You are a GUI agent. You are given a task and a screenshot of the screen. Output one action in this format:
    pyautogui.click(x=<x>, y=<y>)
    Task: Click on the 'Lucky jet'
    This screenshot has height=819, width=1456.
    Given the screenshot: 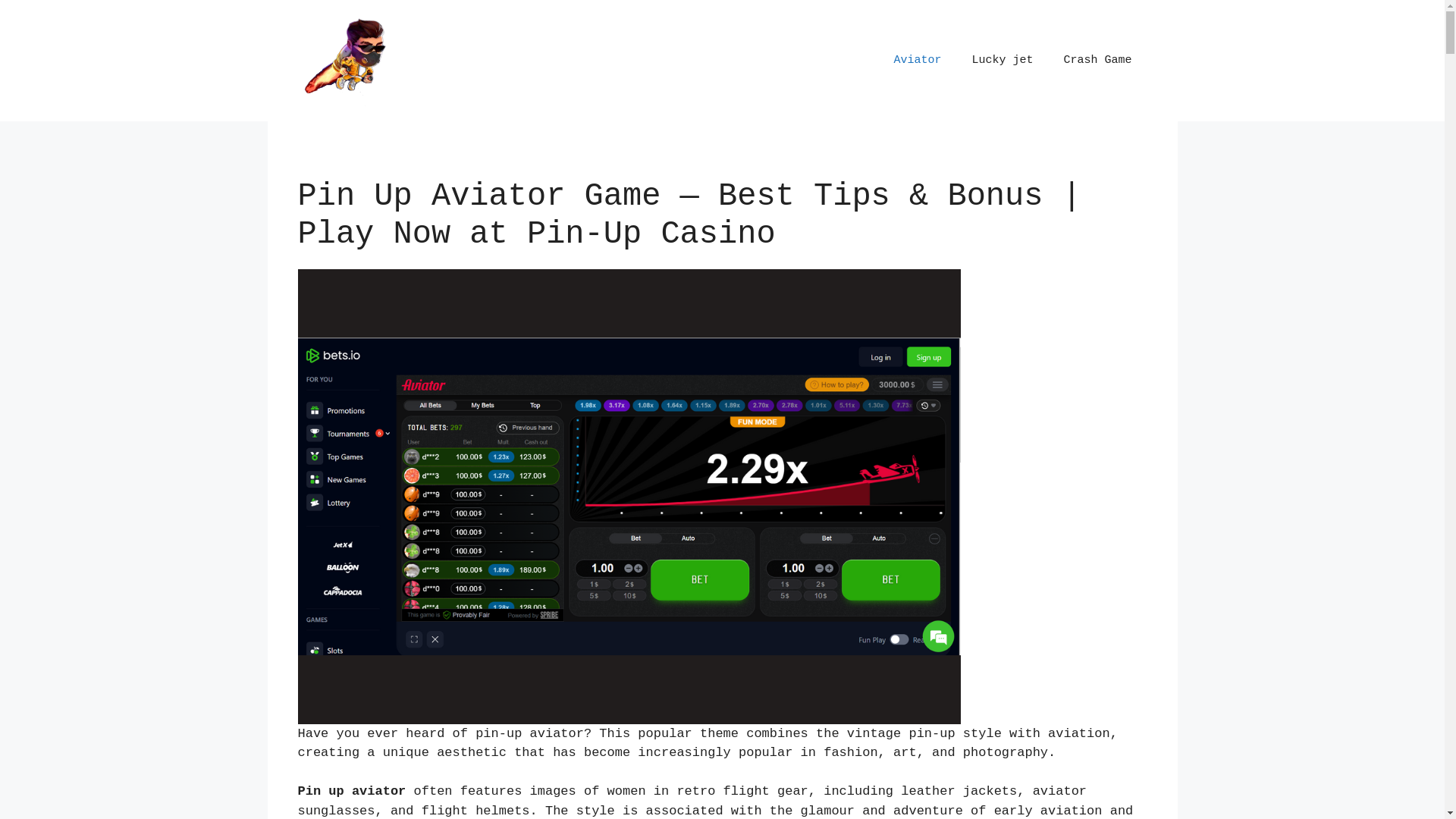 What is the action you would take?
    pyautogui.click(x=1002, y=60)
    